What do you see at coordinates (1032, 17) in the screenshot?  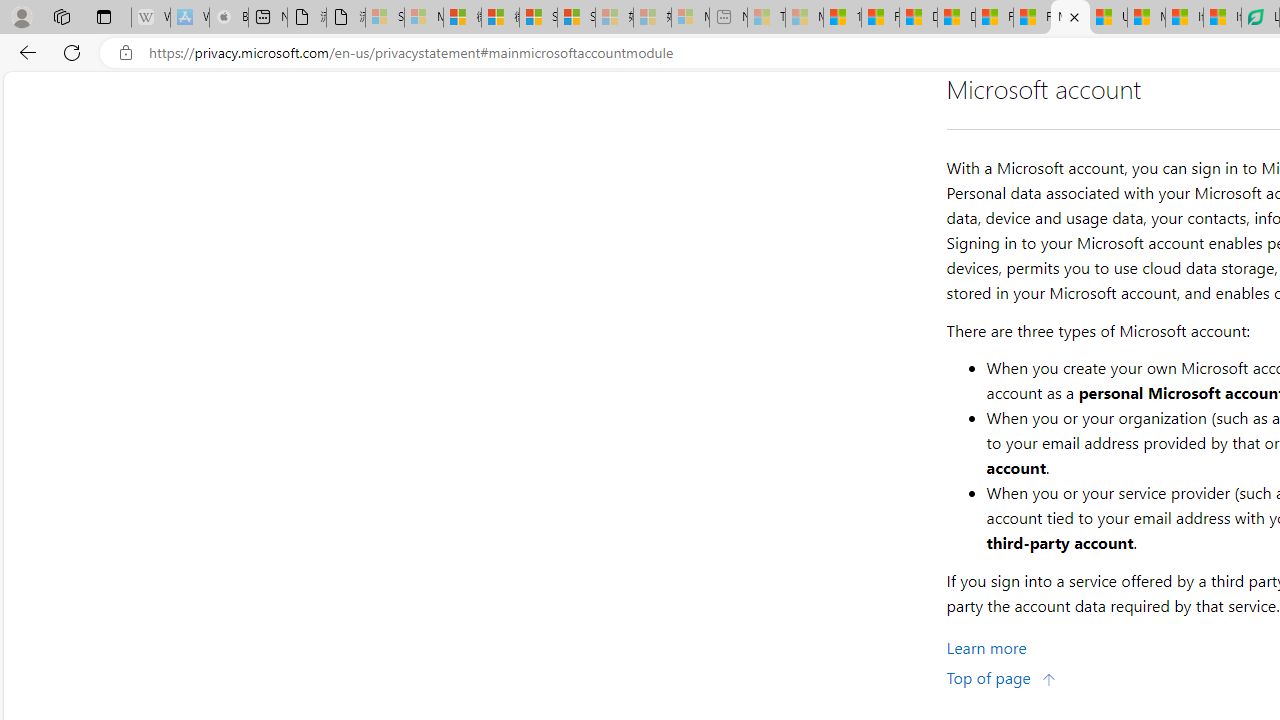 I see `'Foo BAR | Trusted Community Engagement and Contributions'` at bounding box center [1032, 17].